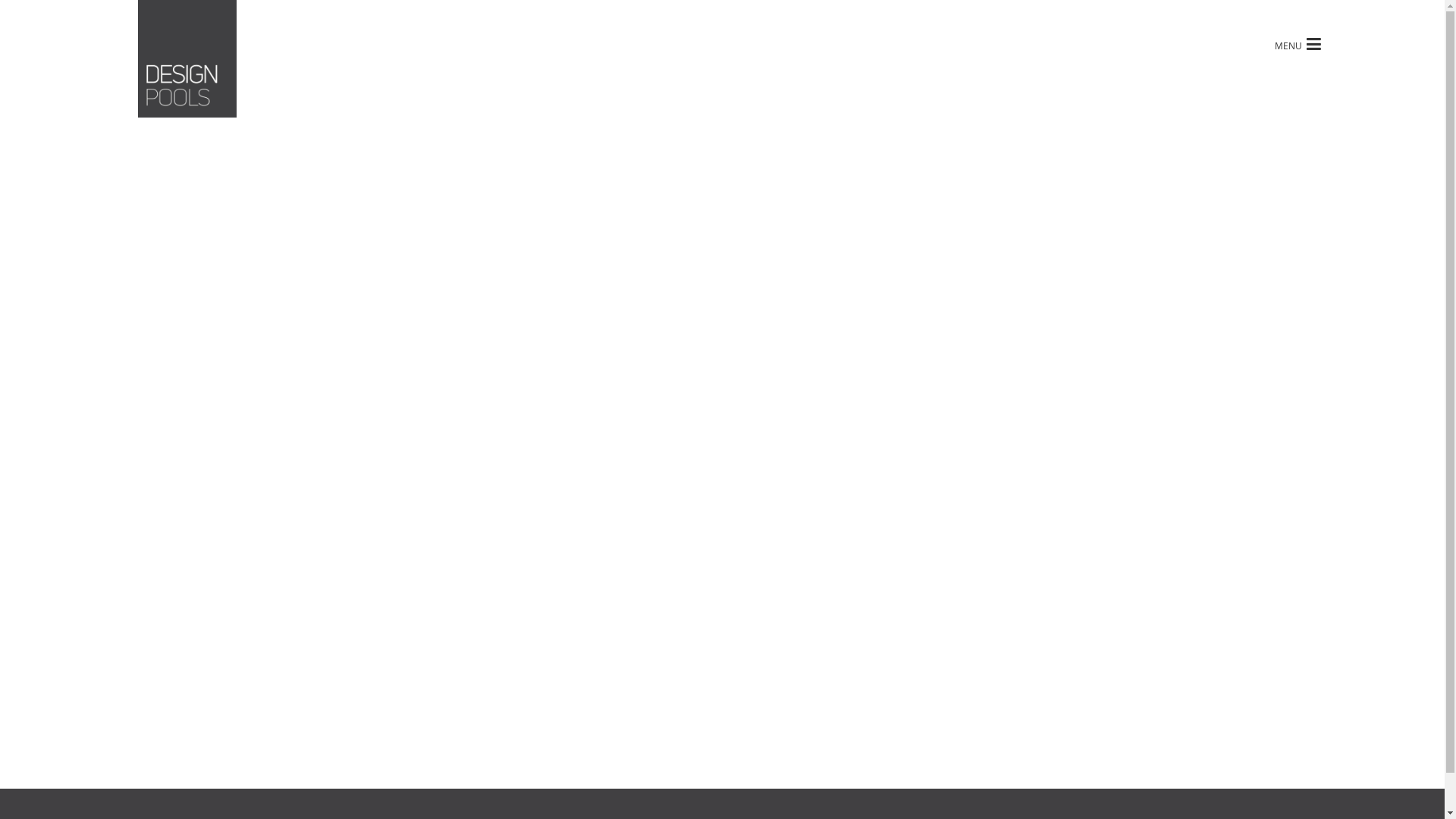 This screenshot has height=819, width=1456. What do you see at coordinates (1297, 42) in the screenshot?
I see `'MENU'` at bounding box center [1297, 42].